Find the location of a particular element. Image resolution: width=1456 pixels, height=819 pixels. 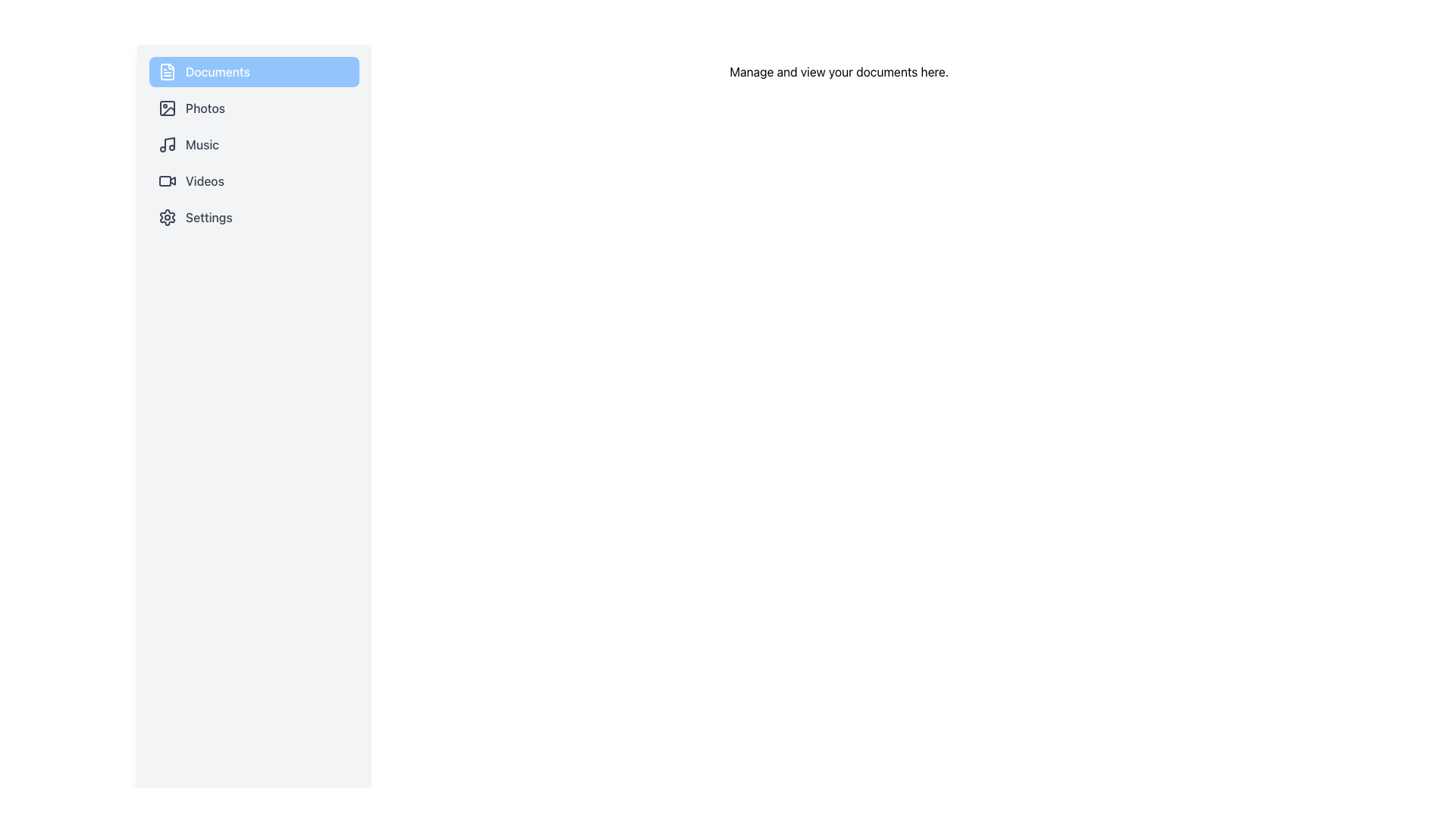

the third navigation link in the vertical list, which is positioned between 'Photos' and 'Videos' is located at coordinates (254, 145).